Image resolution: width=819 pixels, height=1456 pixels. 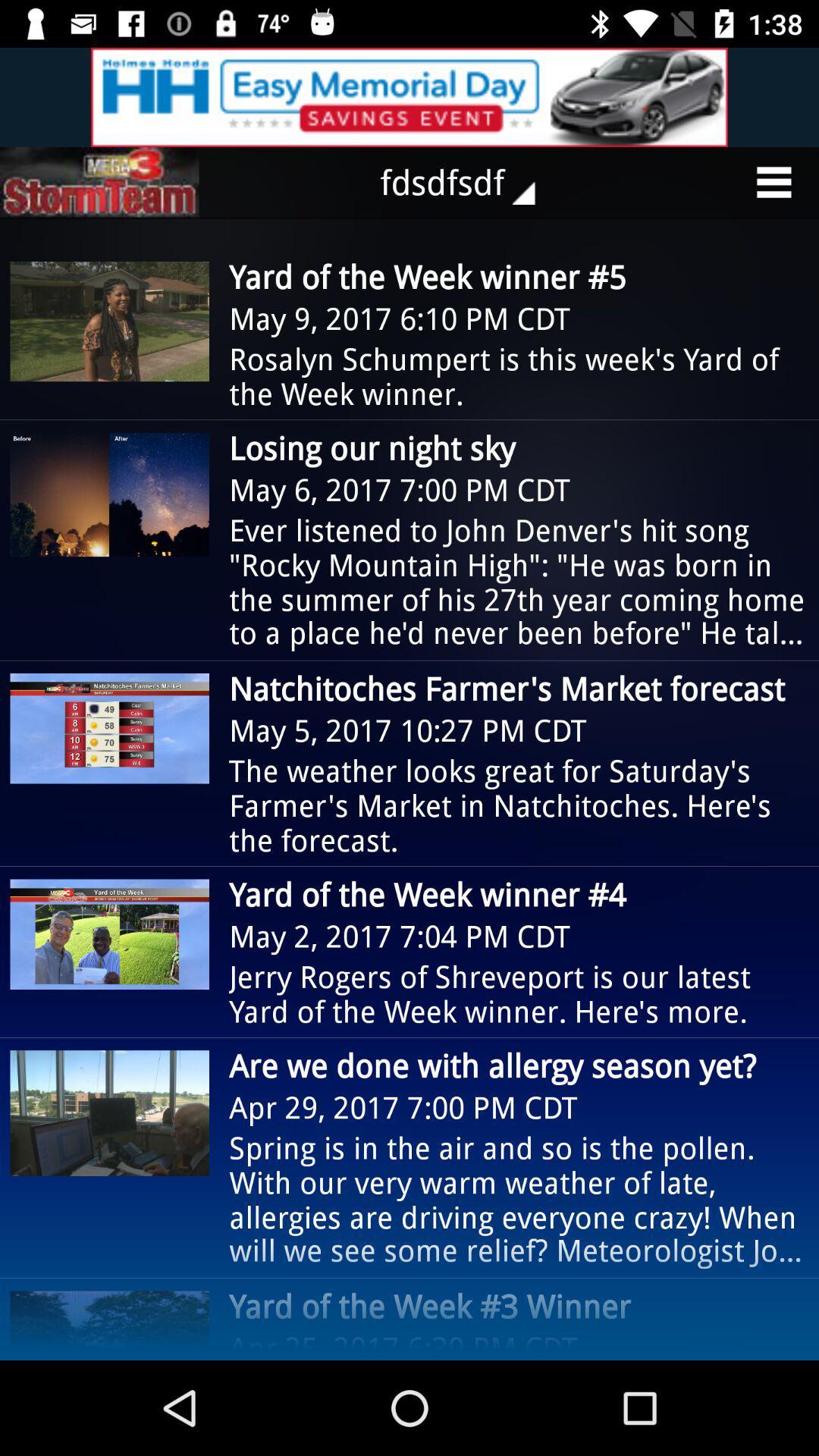 What do you see at coordinates (467, 182) in the screenshot?
I see `the fdsdfsdf icon` at bounding box center [467, 182].